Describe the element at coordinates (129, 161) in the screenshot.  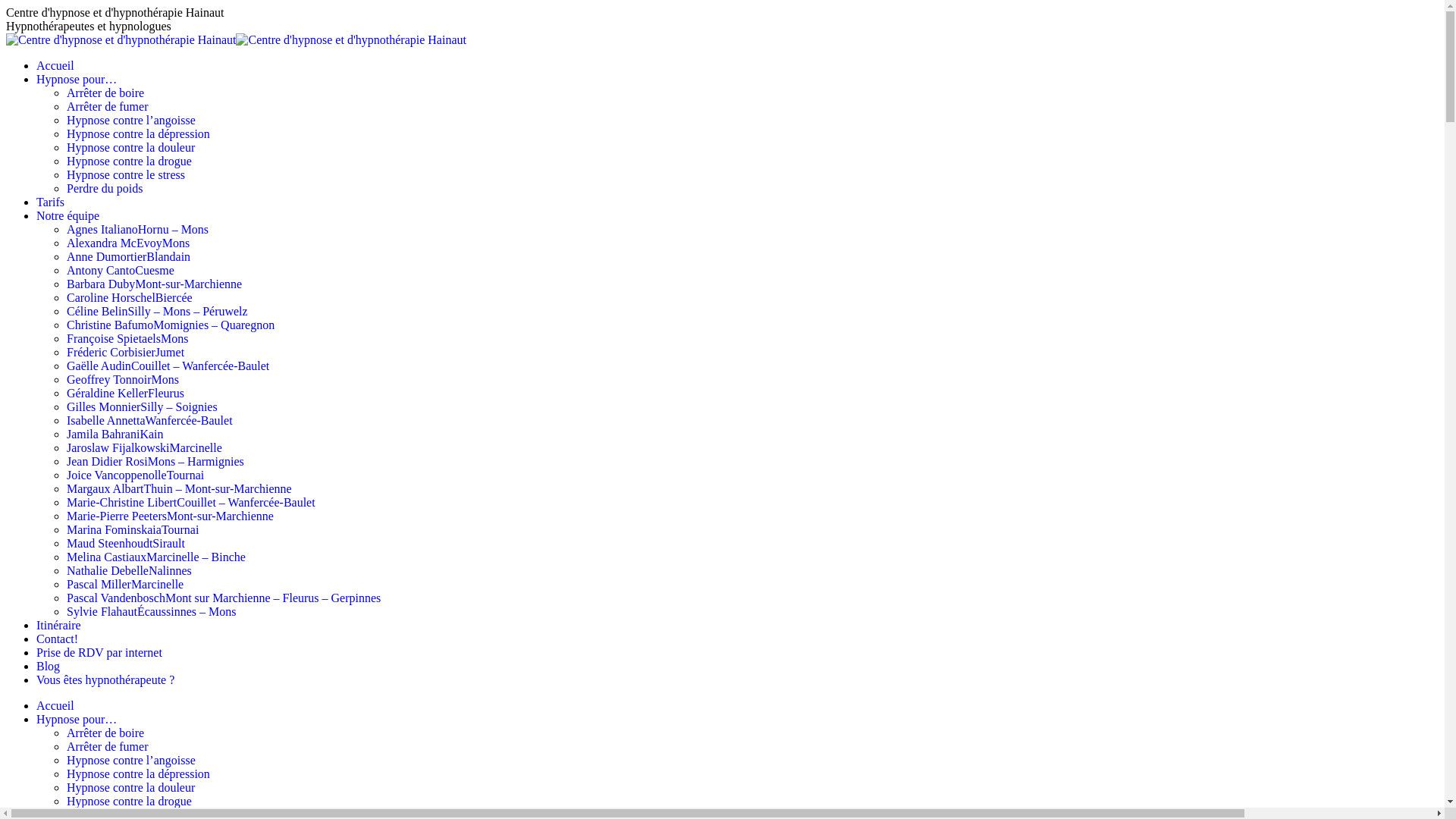
I see `'Hypnose contre la drogue'` at that location.